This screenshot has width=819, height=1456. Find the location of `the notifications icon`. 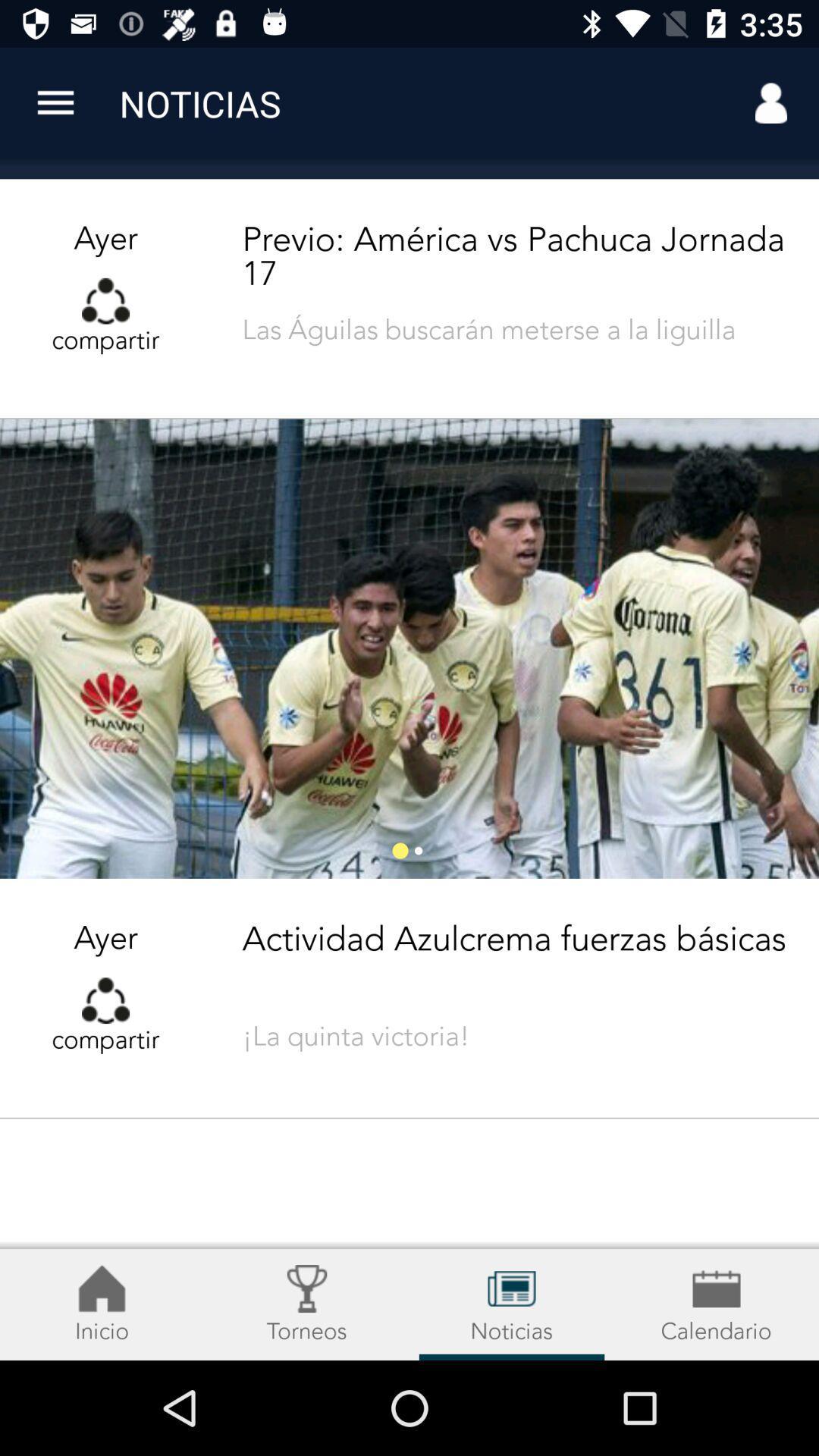

the notifications icon is located at coordinates (102, 1304).